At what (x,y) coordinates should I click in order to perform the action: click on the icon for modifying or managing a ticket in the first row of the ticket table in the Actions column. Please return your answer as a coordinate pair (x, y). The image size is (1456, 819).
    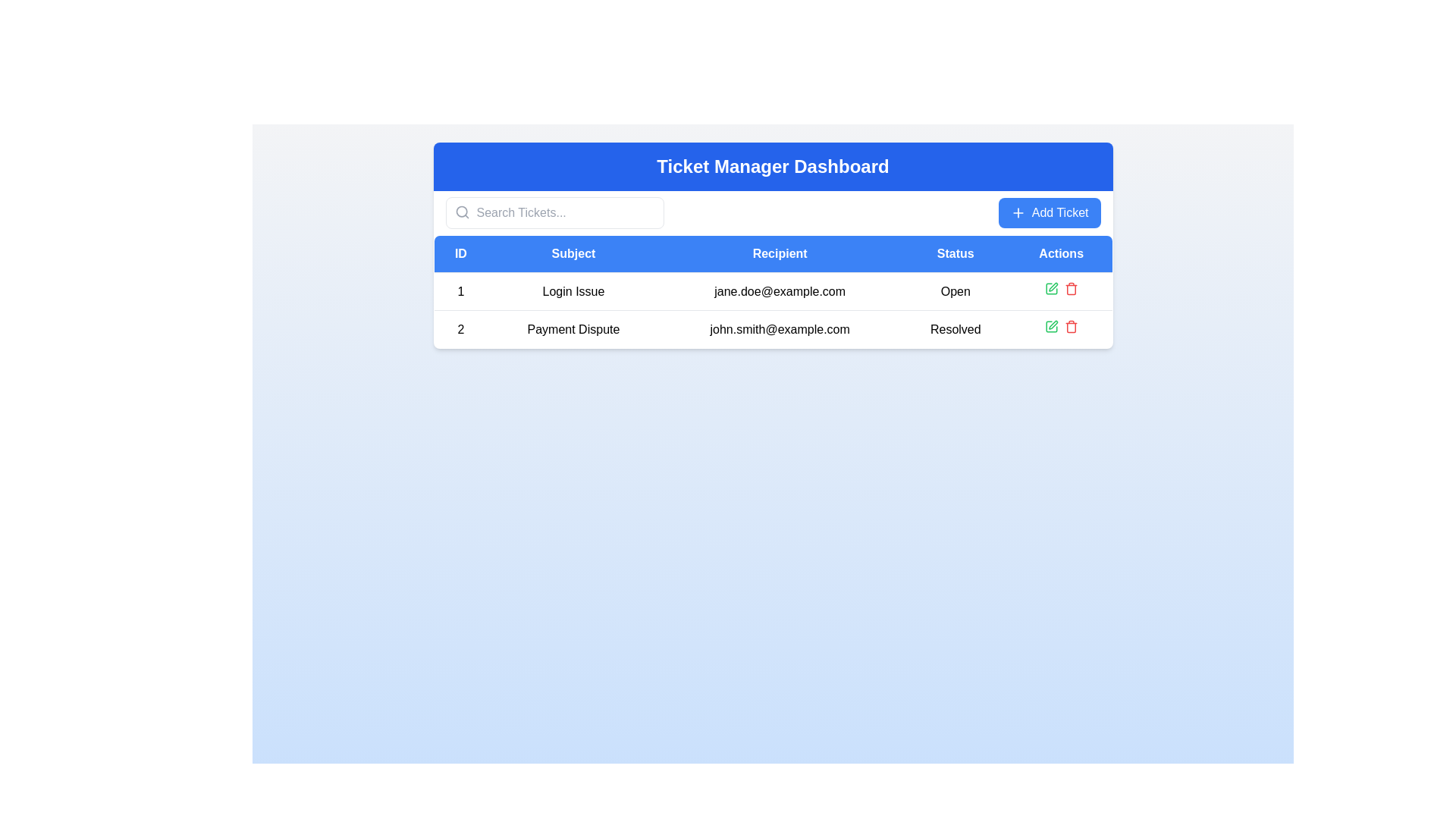
    Looking at the image, I should click on (1050, 326).